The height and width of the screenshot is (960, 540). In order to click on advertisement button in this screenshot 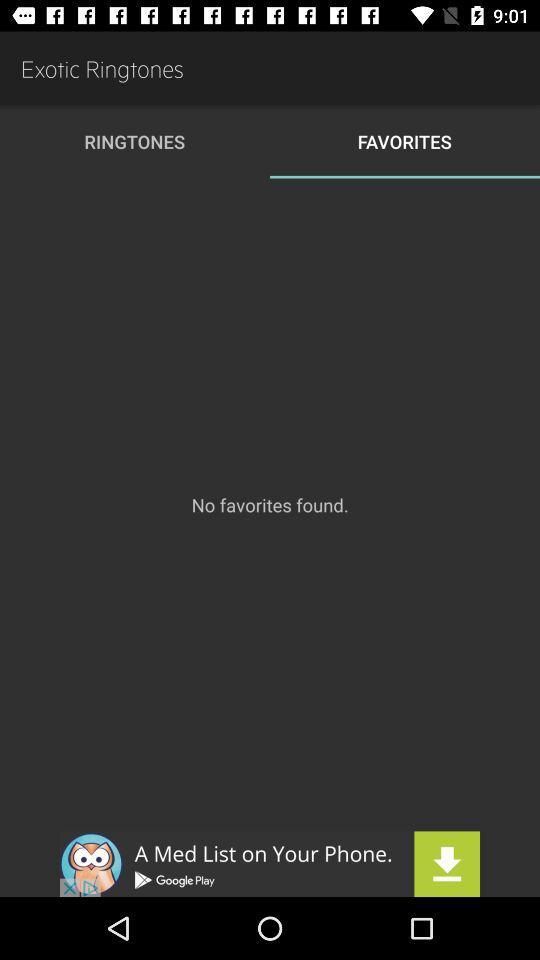, I will do `click(270, 863)`.